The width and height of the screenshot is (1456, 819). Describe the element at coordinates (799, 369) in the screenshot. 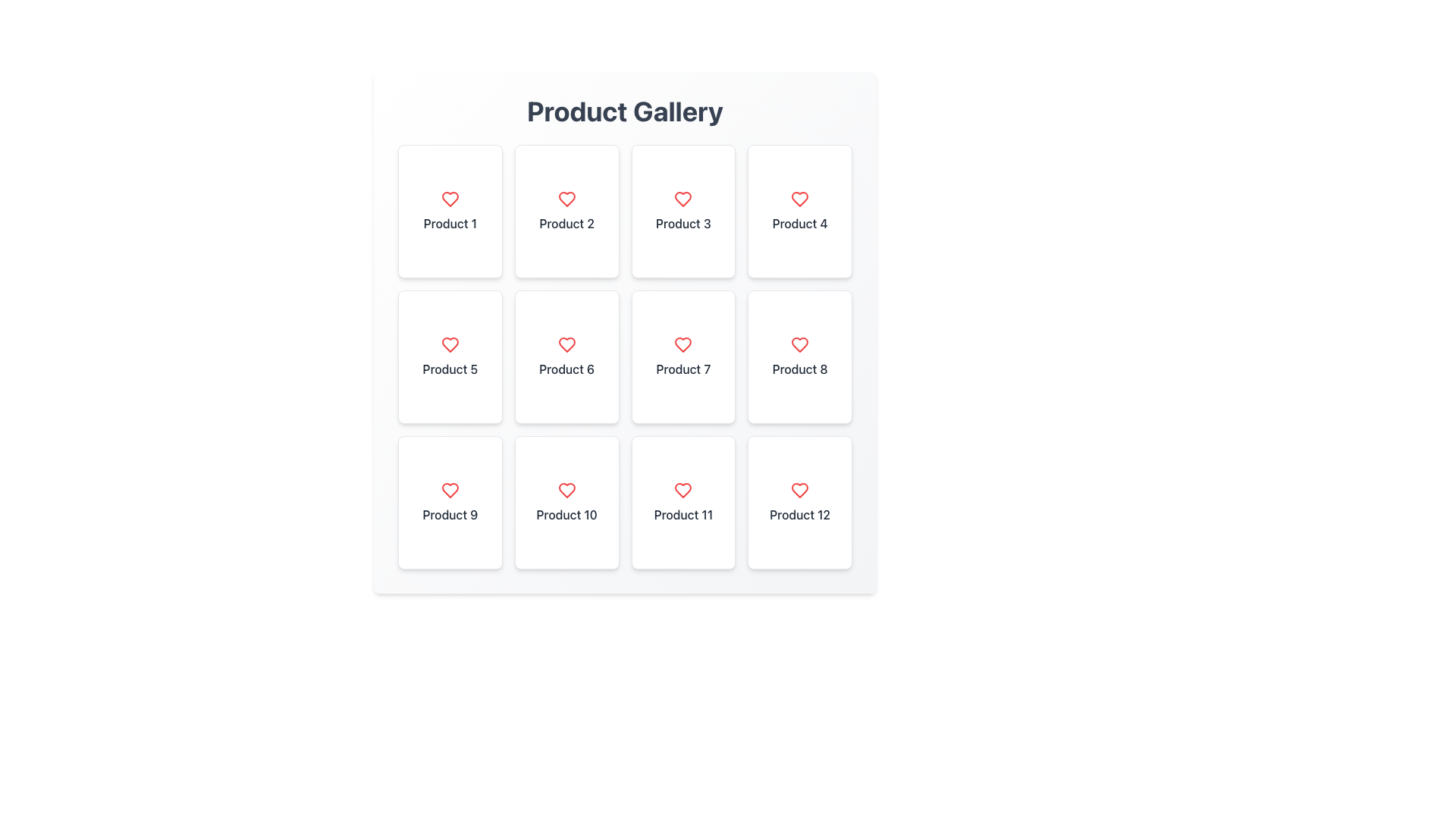

I see `the 'Product 8' text label element, which is styled in gray, located in the third row and second column of the product grid, below the heart icon` at that location.